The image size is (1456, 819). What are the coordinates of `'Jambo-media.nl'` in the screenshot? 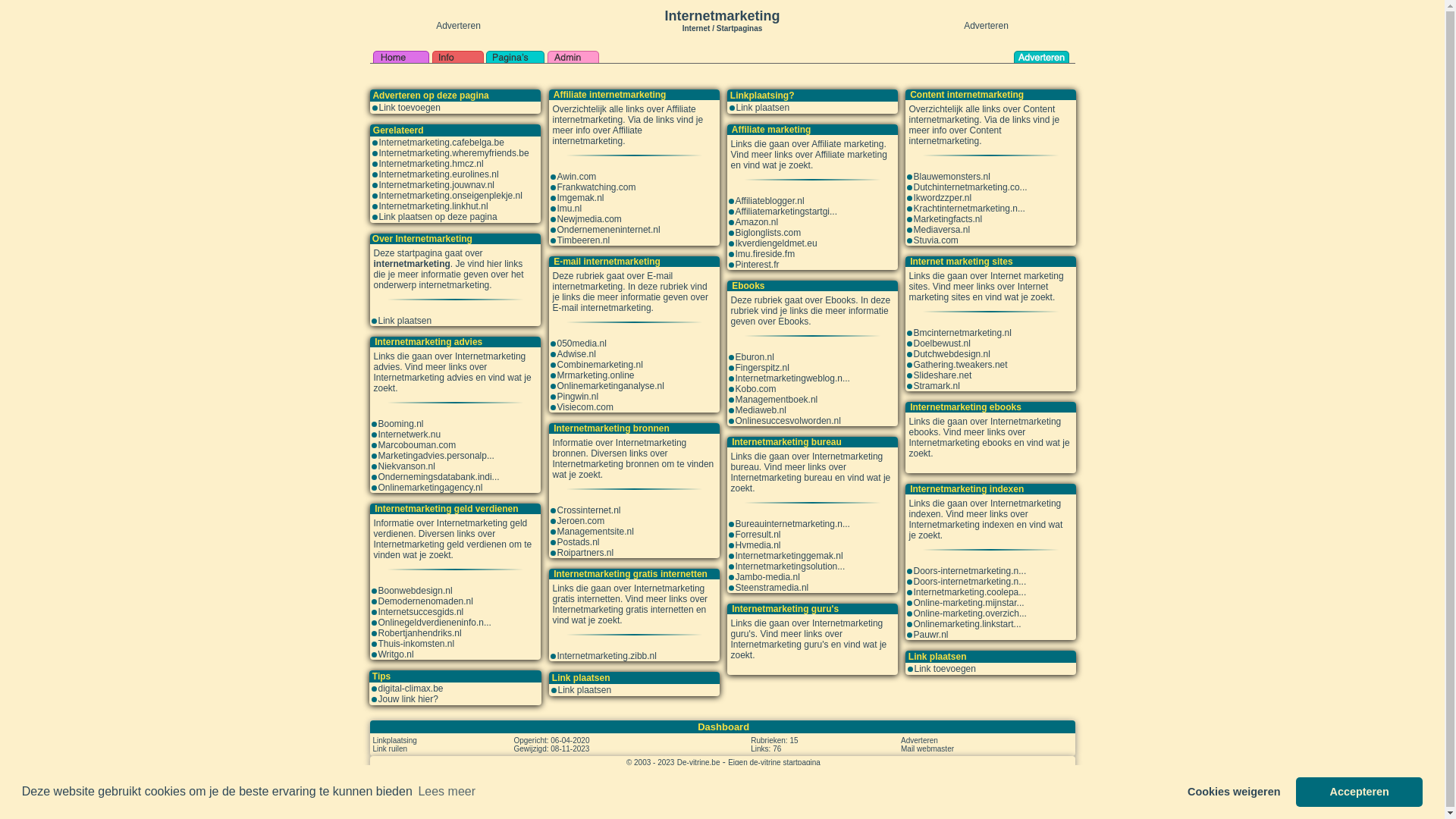 It's located at (767, 576).